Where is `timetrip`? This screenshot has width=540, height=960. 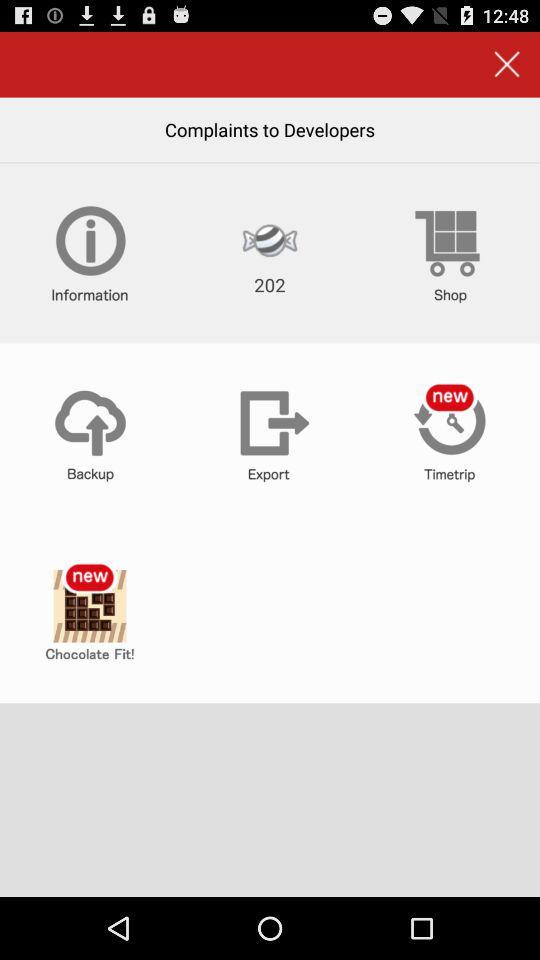
timetrip is located at coordinates (449, 433).